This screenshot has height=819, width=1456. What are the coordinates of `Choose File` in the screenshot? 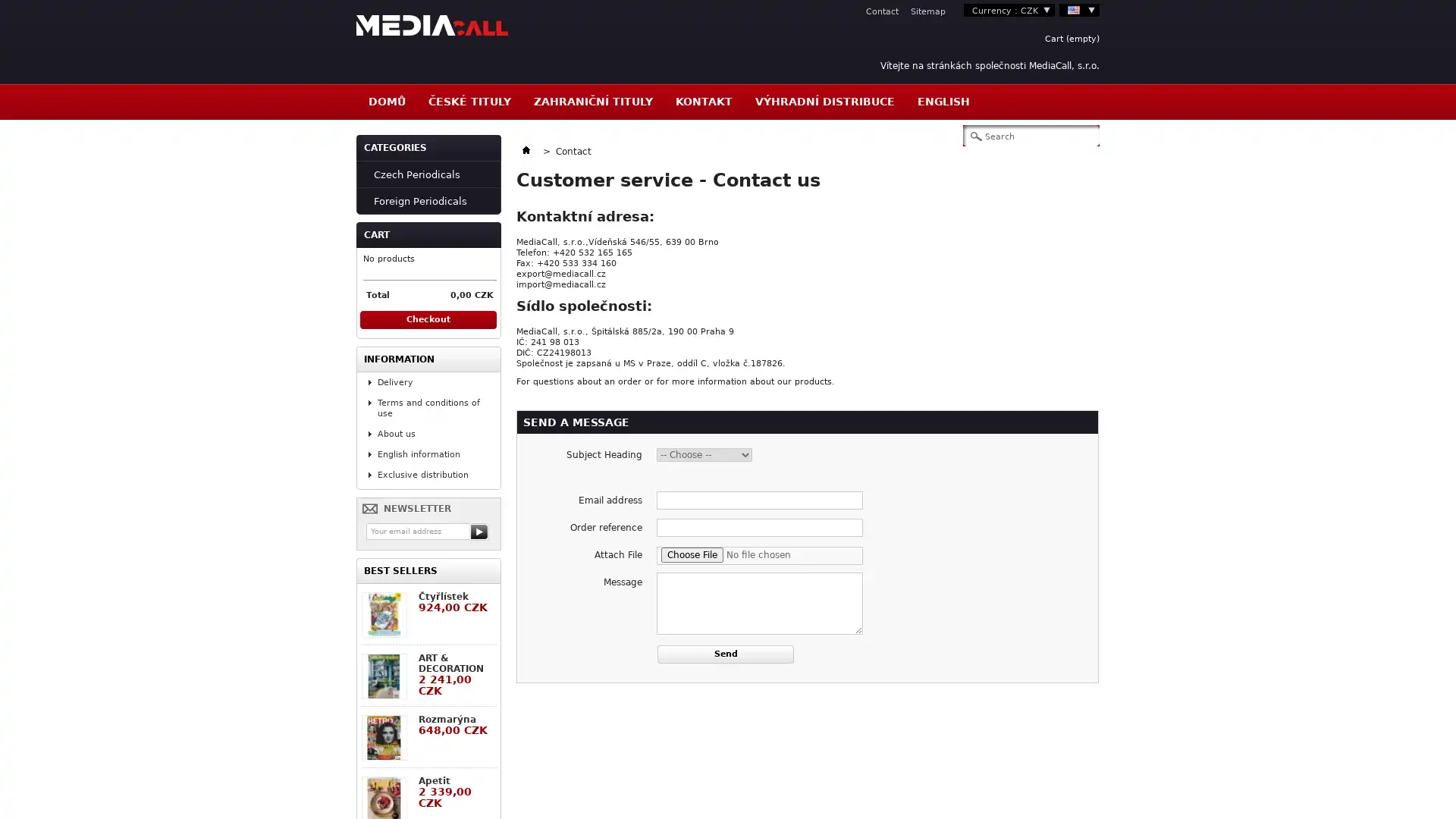 It's located at (691, 555).